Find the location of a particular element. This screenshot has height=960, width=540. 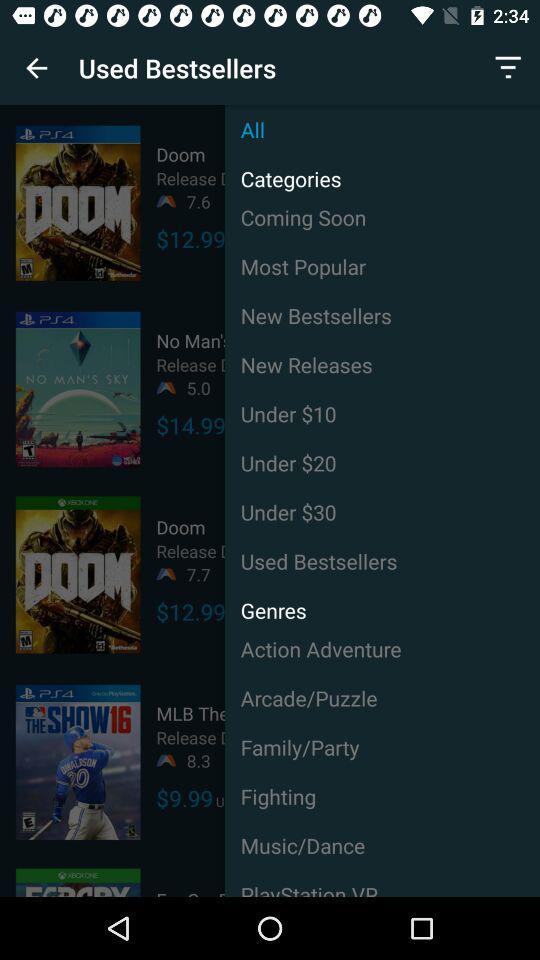

the fighting icon is located at coordinates (382, 796).